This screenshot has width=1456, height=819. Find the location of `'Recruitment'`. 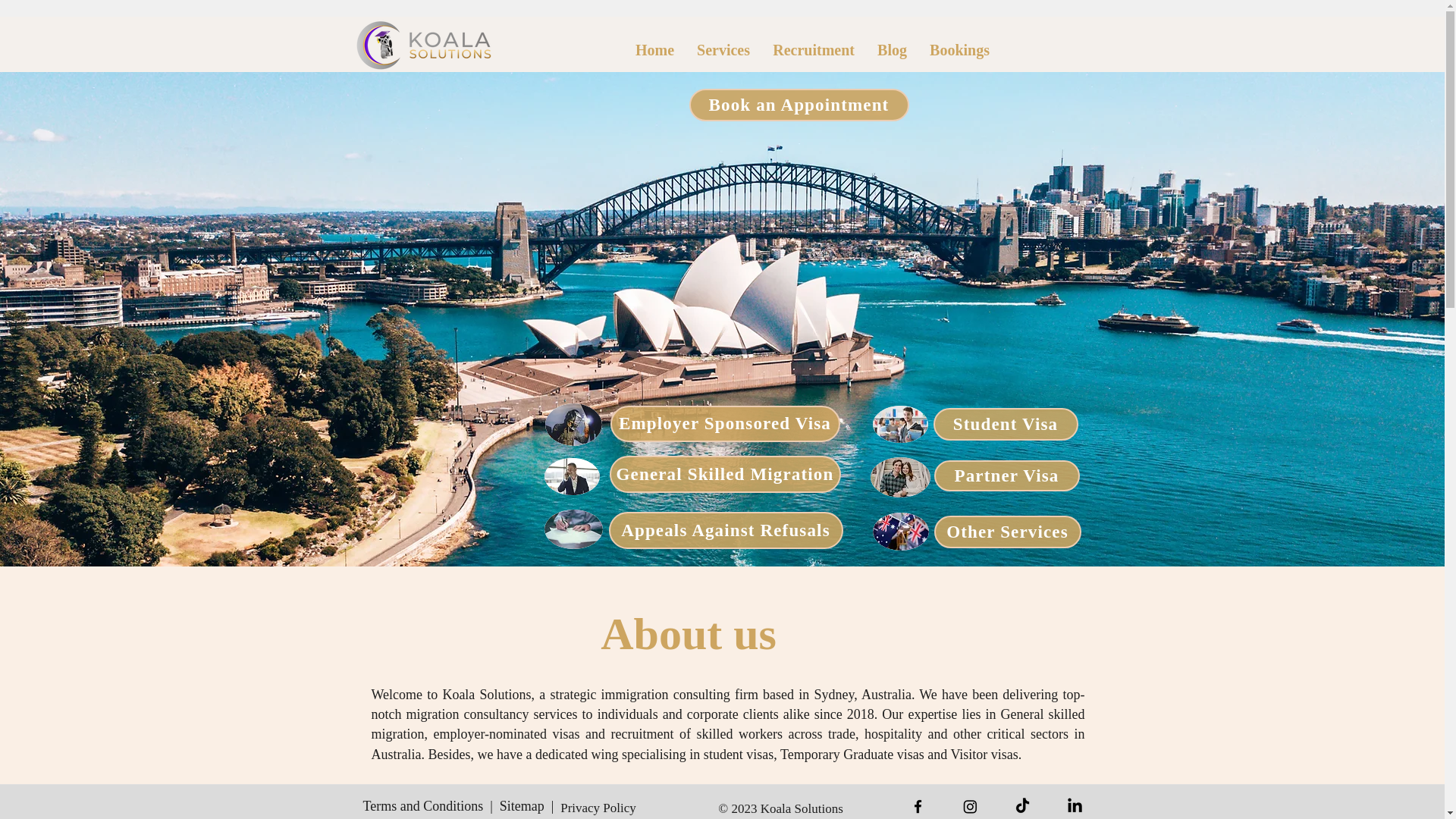

'Recruitment' is located at coordinates (813, 49).